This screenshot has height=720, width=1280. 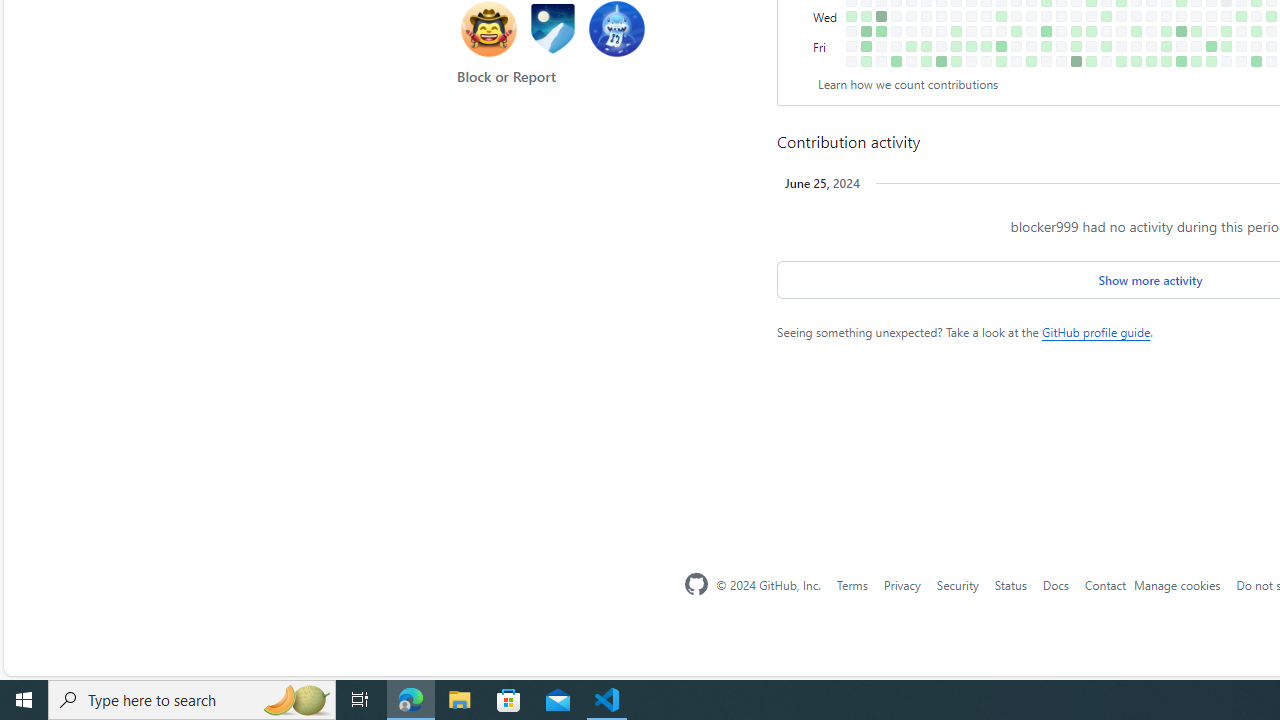 What do you see at coordinates (940, 31) in the screenshot?
I see `'No contributions on February 15th.'` at bounding box center [940, 31].